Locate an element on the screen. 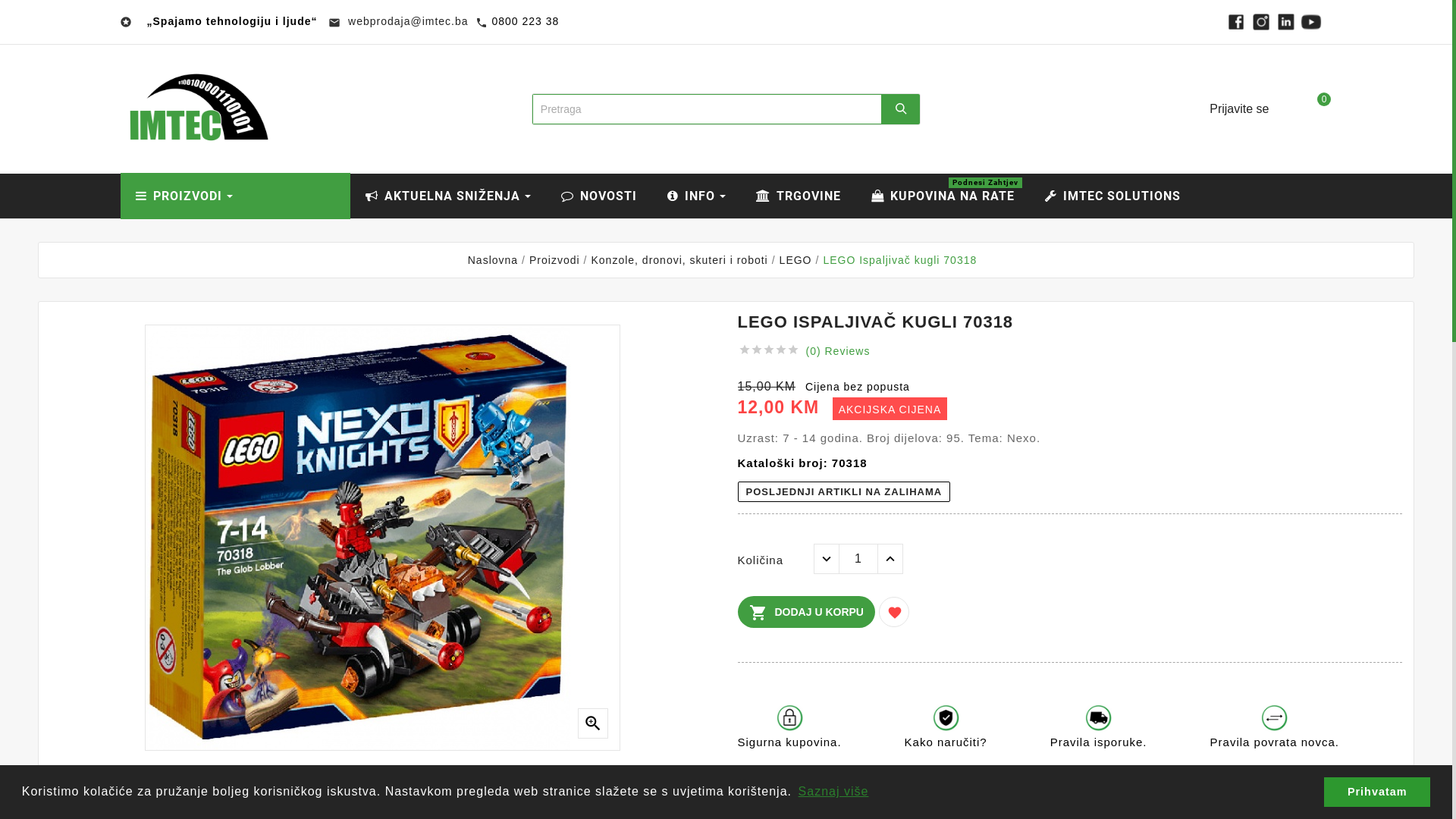 The image size is (1456, 819). 'LEGO' is located at coordinates (779, 259).